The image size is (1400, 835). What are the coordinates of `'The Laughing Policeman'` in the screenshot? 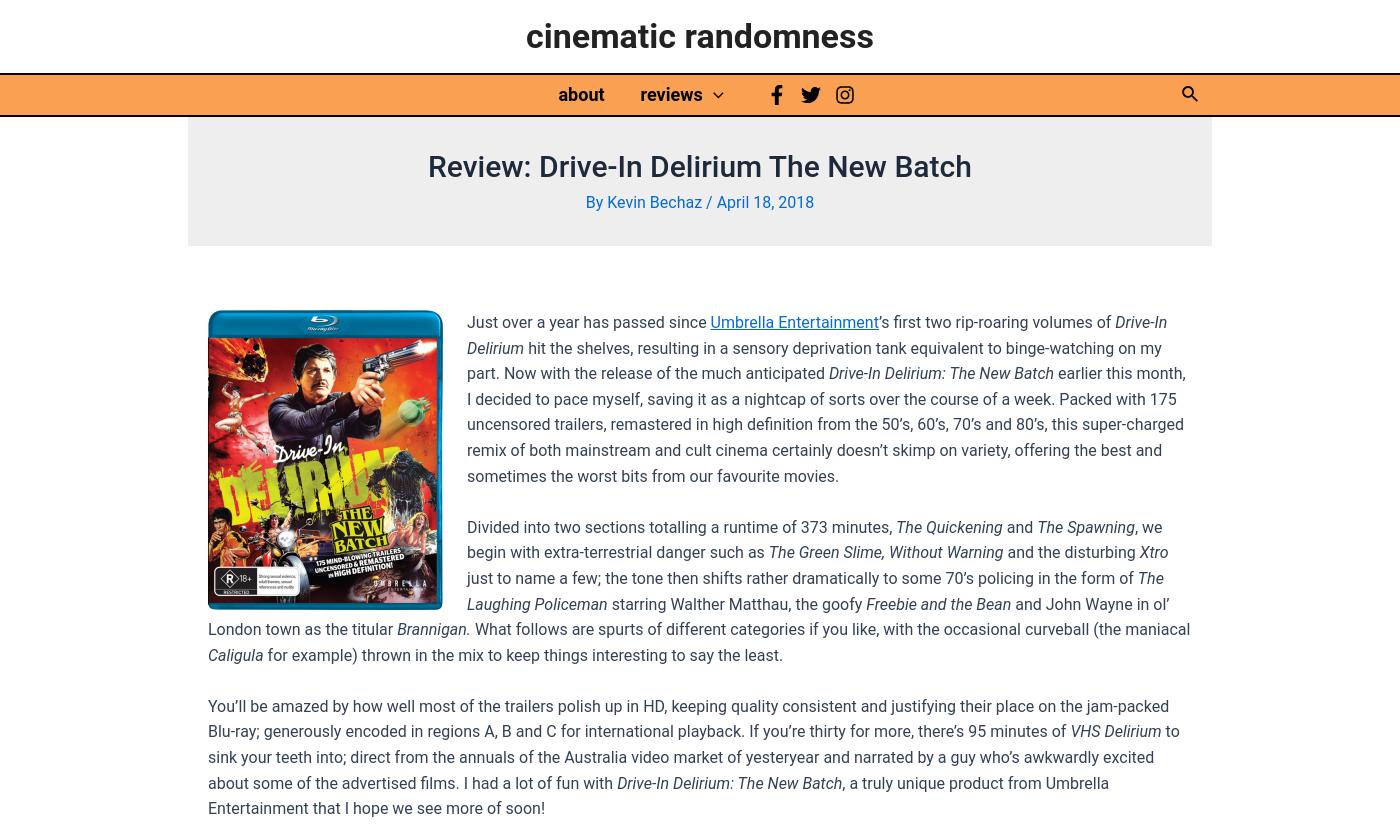 It's located at (814, 589).